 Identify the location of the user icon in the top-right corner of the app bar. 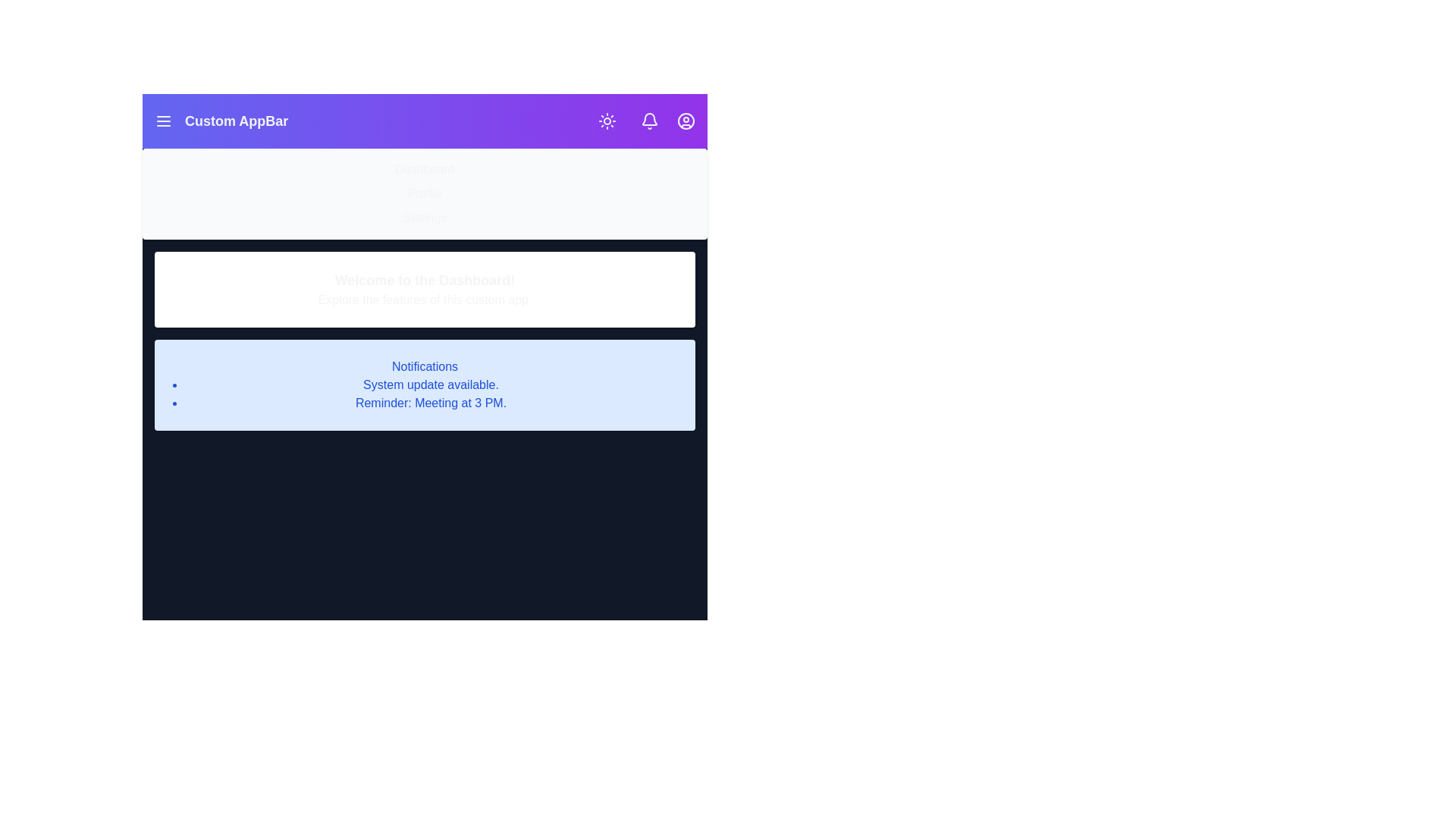
(686, 120).